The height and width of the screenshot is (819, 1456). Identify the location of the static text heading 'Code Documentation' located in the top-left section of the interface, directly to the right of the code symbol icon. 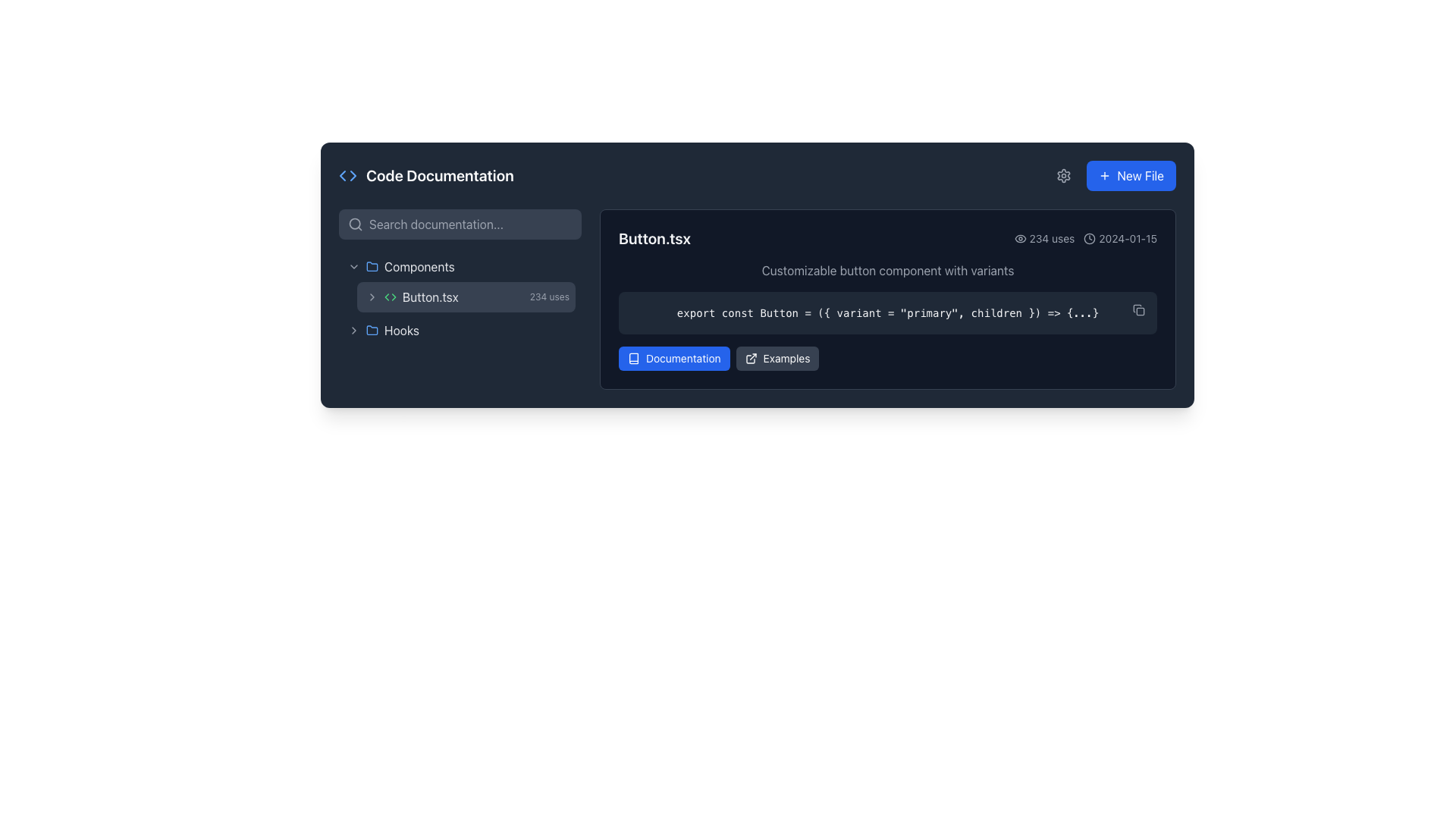
(439, 174).